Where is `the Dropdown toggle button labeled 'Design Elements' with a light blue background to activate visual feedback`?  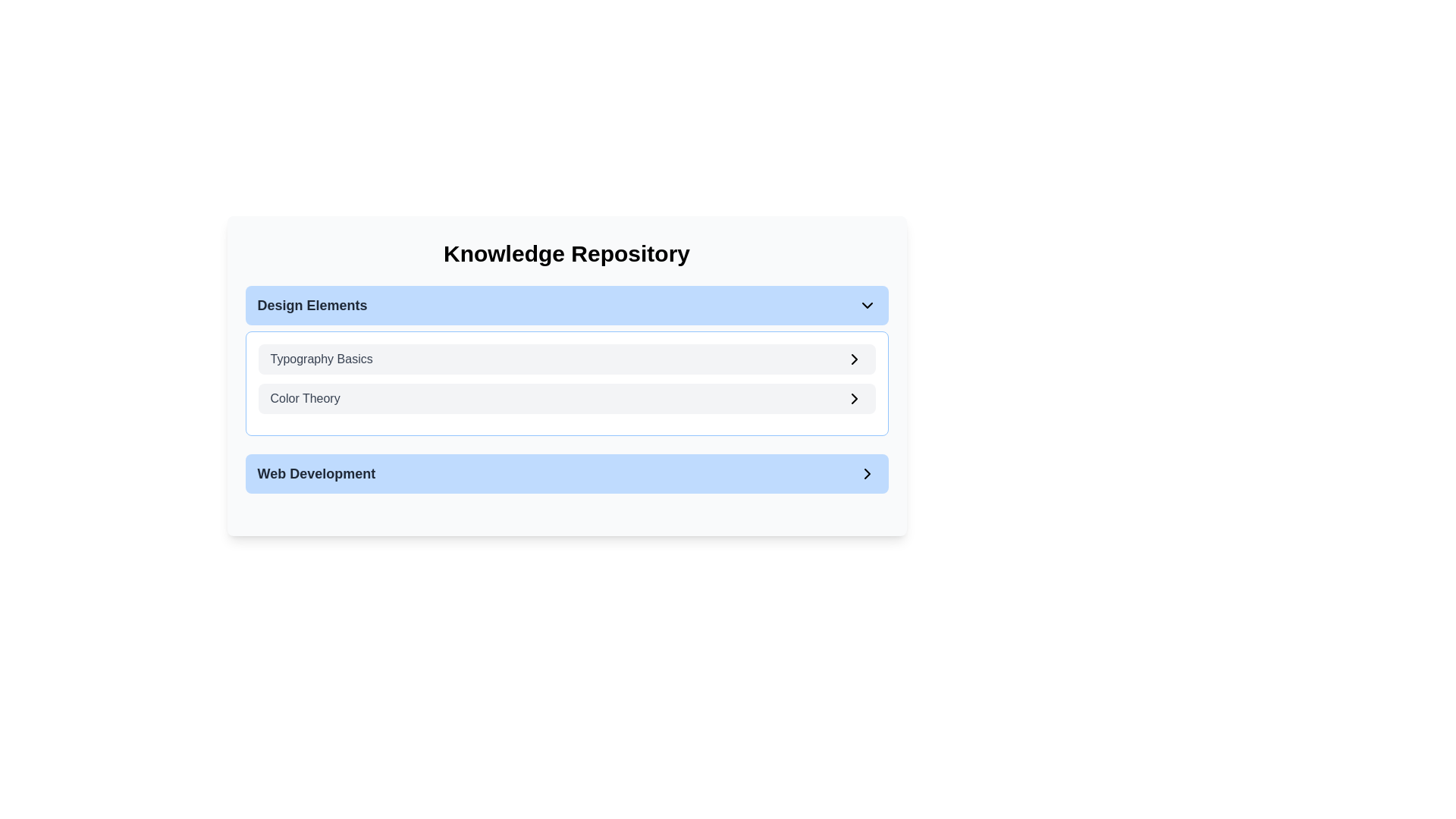 the Dropdown toggle button labeled 'Design Elements' with a light blue background to activate visual feedback is located at coordinates (566, 305).